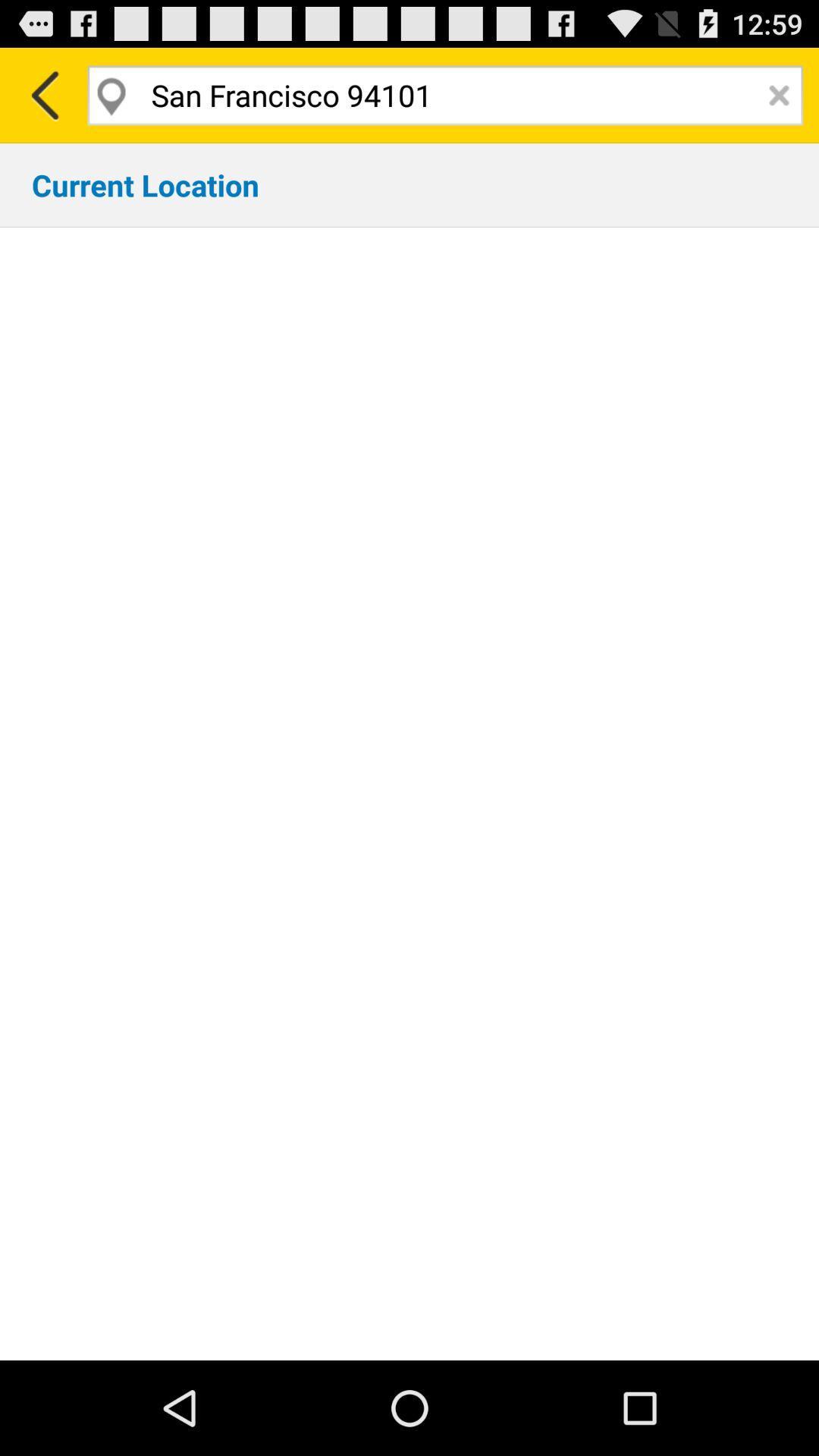  Describe the element at coordinates (779, 94) in the screenshot. I see `remove` at that location.